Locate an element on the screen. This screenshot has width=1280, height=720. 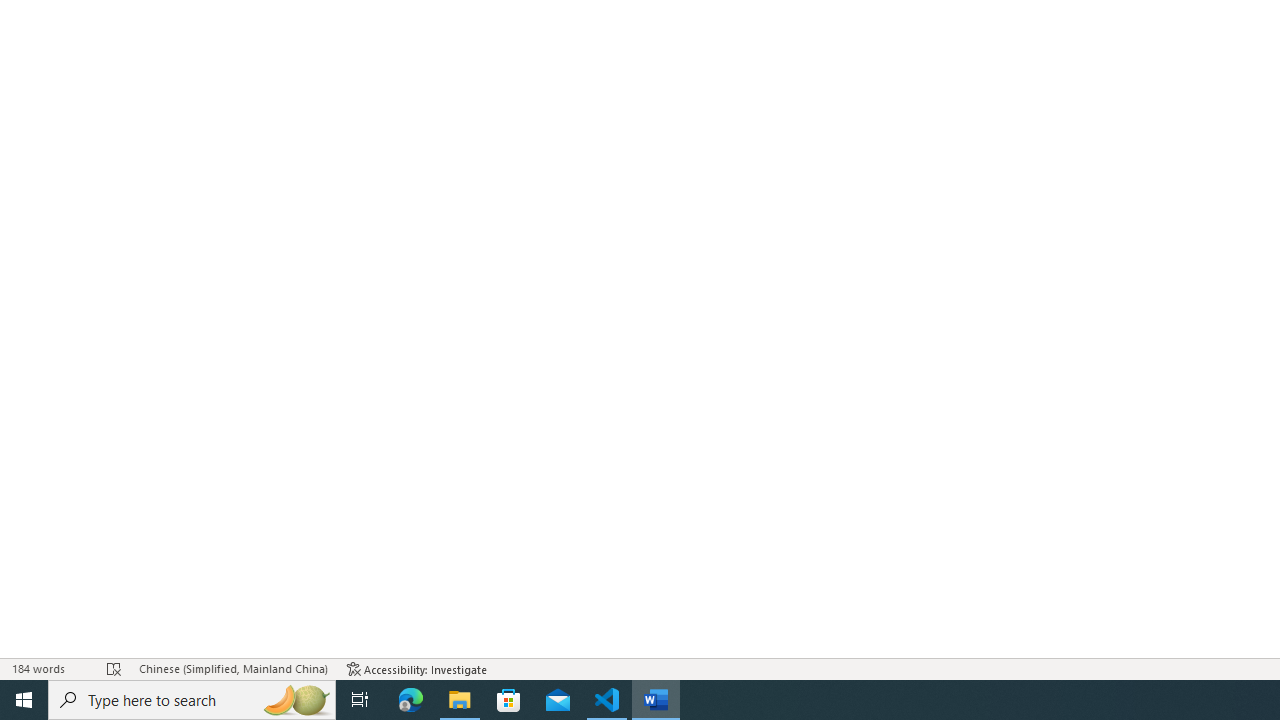
'Language Chinese (Simplified, Mainland China)' is located at coordinates (232, 669).